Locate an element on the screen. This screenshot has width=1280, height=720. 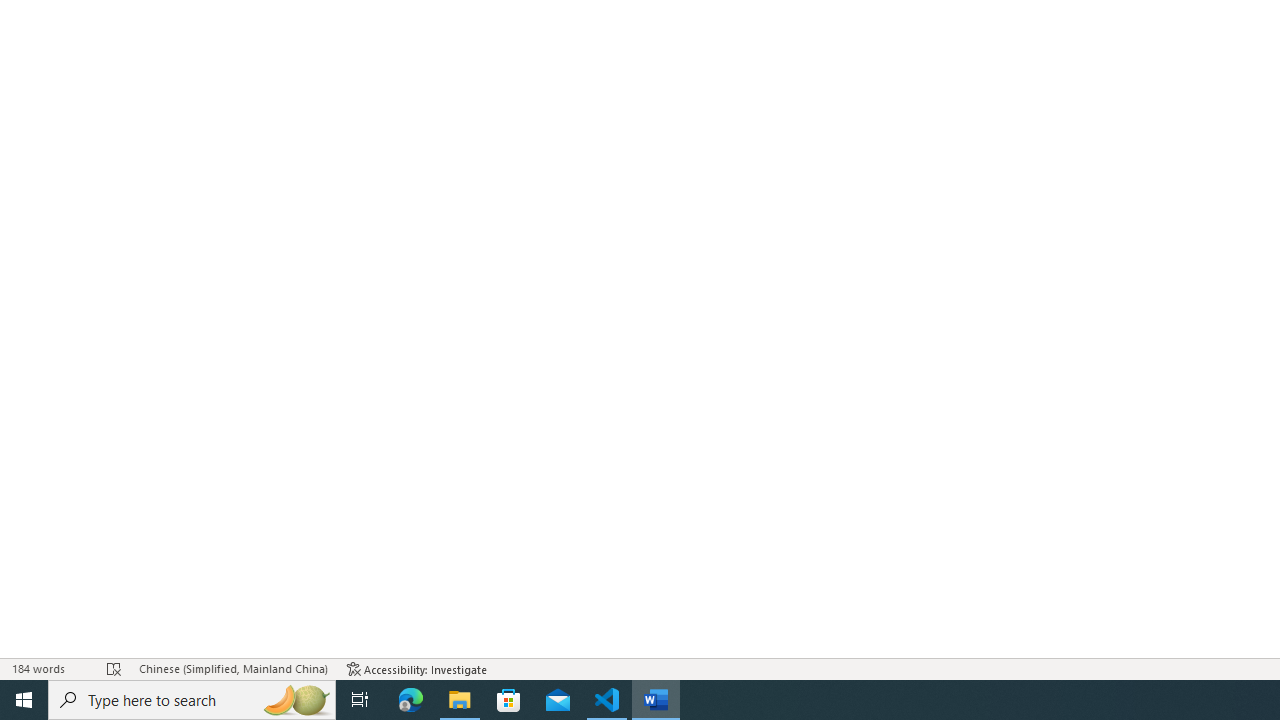
'Language Chinese (Simplified, Mainland China)' is located at coordinates (232, 669).